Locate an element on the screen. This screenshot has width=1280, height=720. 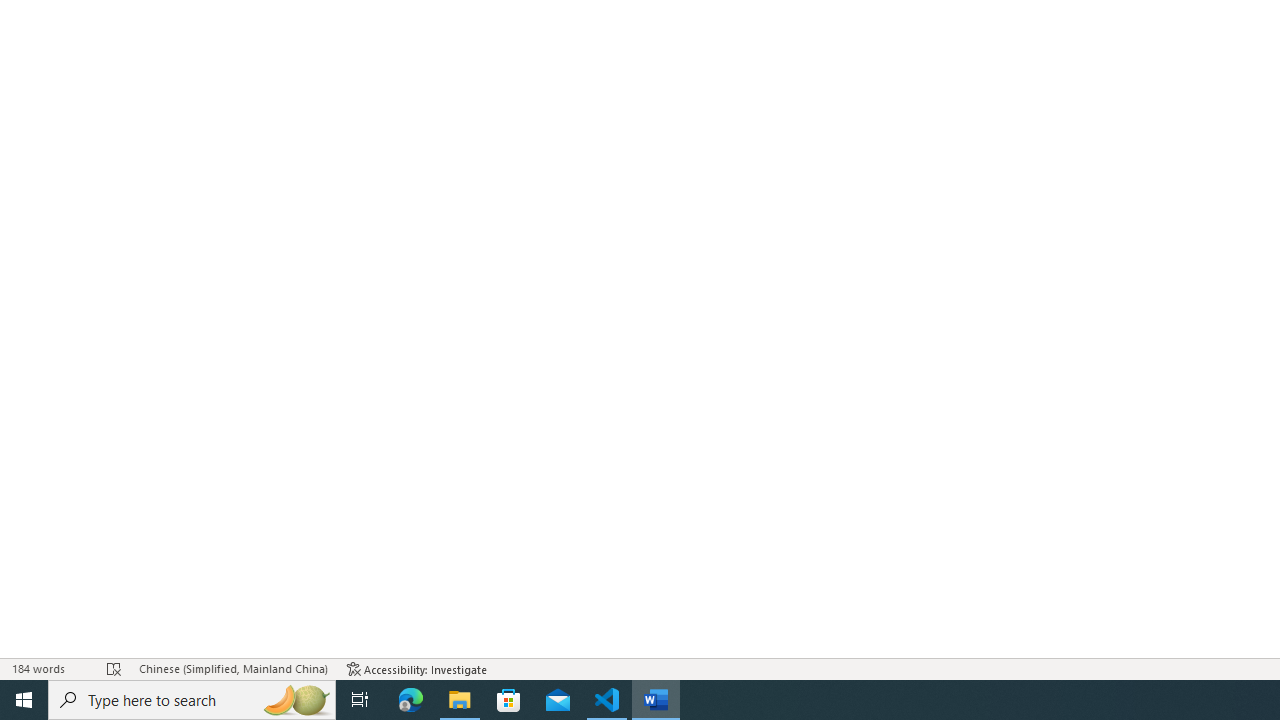
'Language Chinese (Simplified, Mainland China)' is located at coordinates (232, 669).